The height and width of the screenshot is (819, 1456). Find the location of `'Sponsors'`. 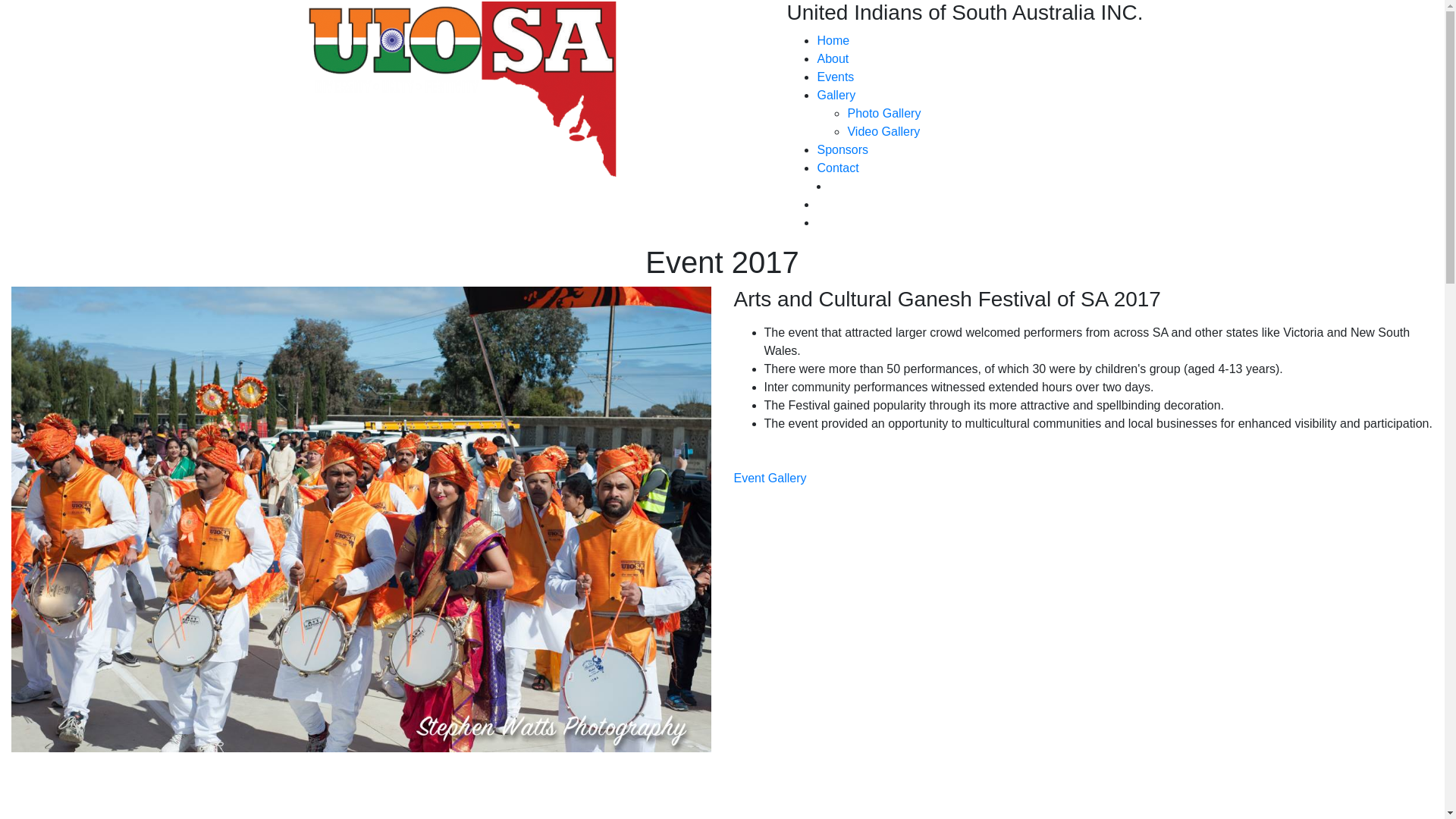

'Sponsors' is located at coordinates (841, 149).